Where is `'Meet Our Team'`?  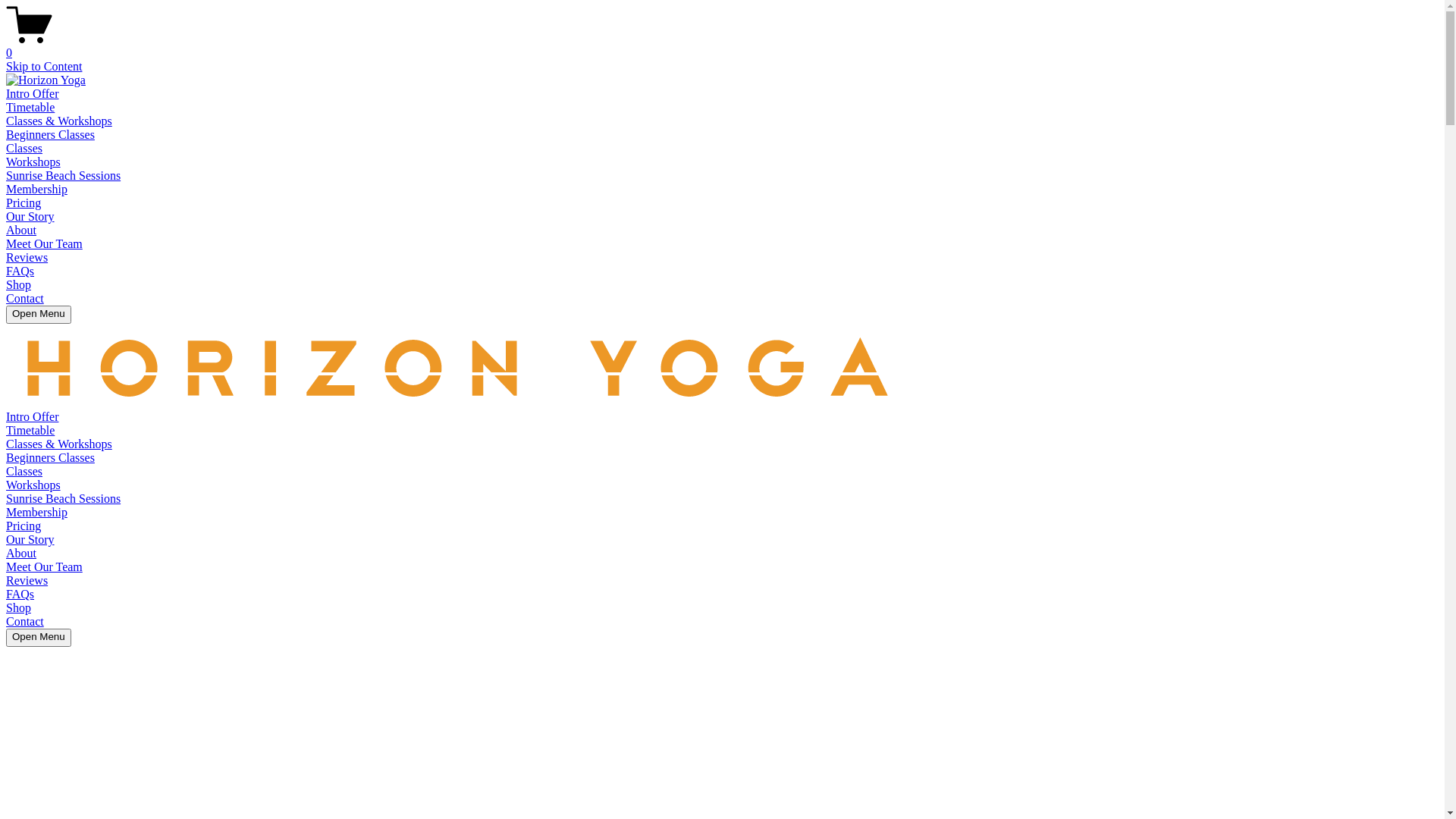
'Meet Our Team' is located at coordinates (44, 566).